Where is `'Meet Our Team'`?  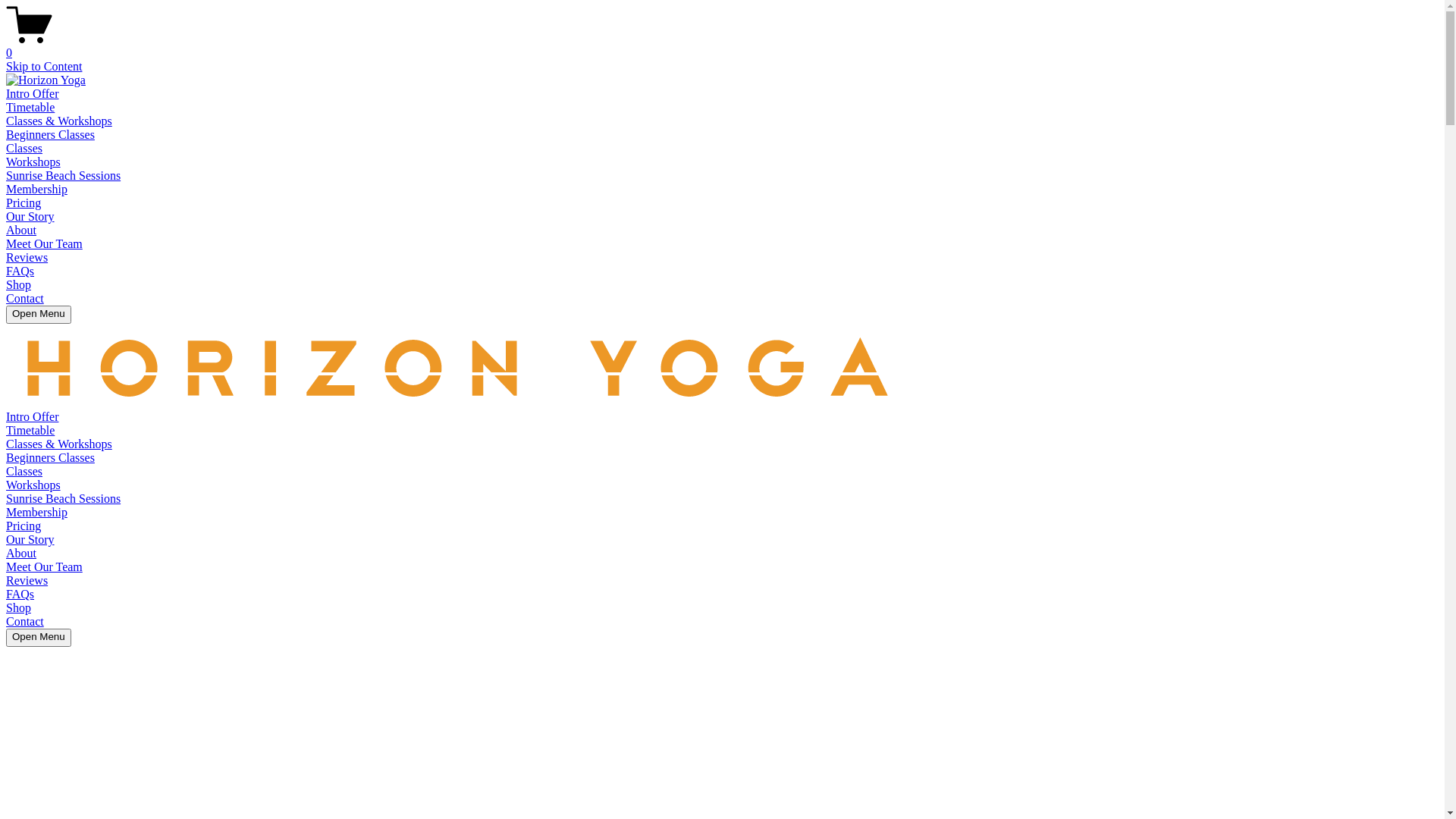
'Meet Our Team' is located at coordinates (44, 566).